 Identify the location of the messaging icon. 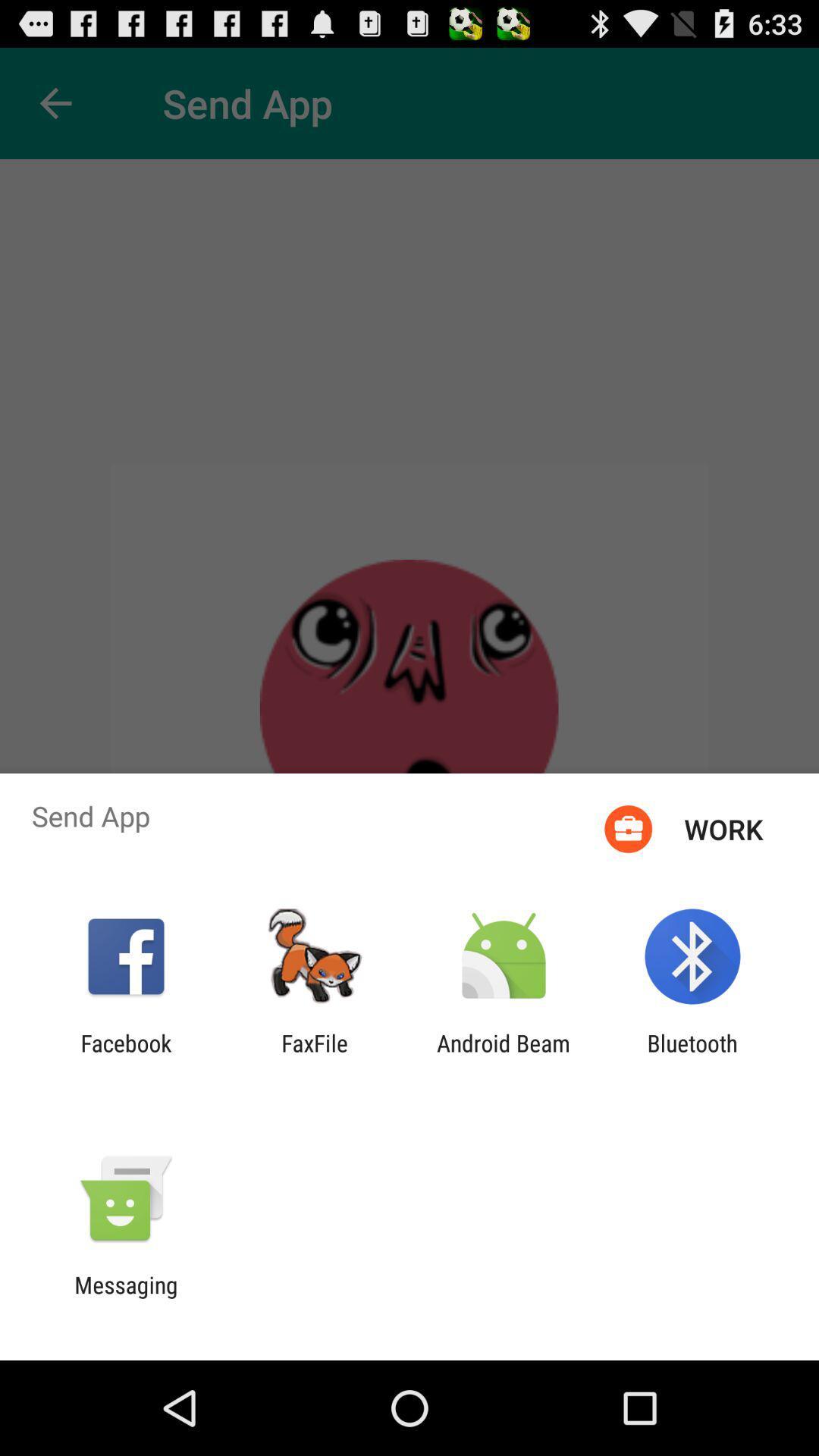
(125, 1298).